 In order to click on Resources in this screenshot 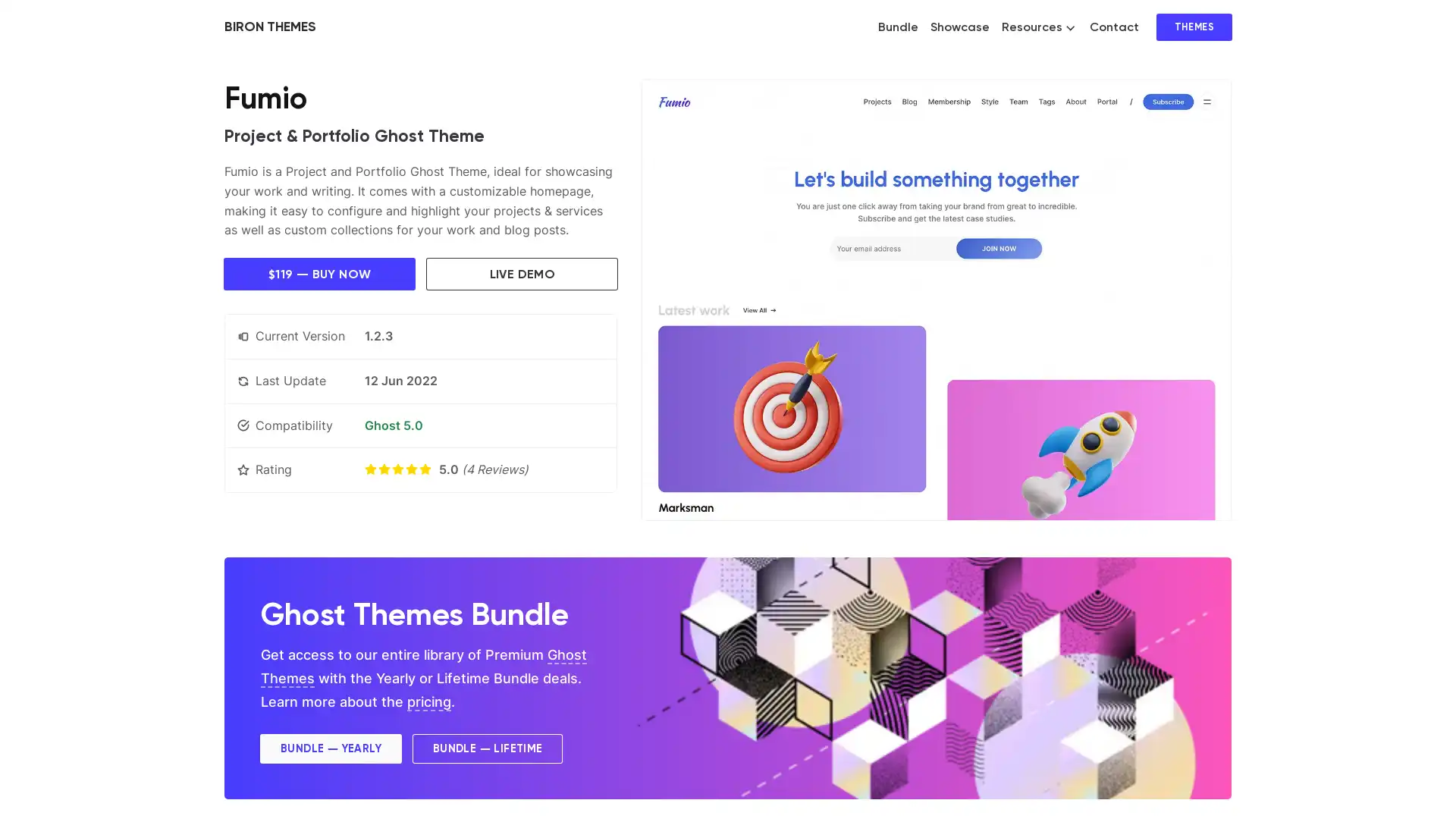, I will do `click(1037, 27)`.